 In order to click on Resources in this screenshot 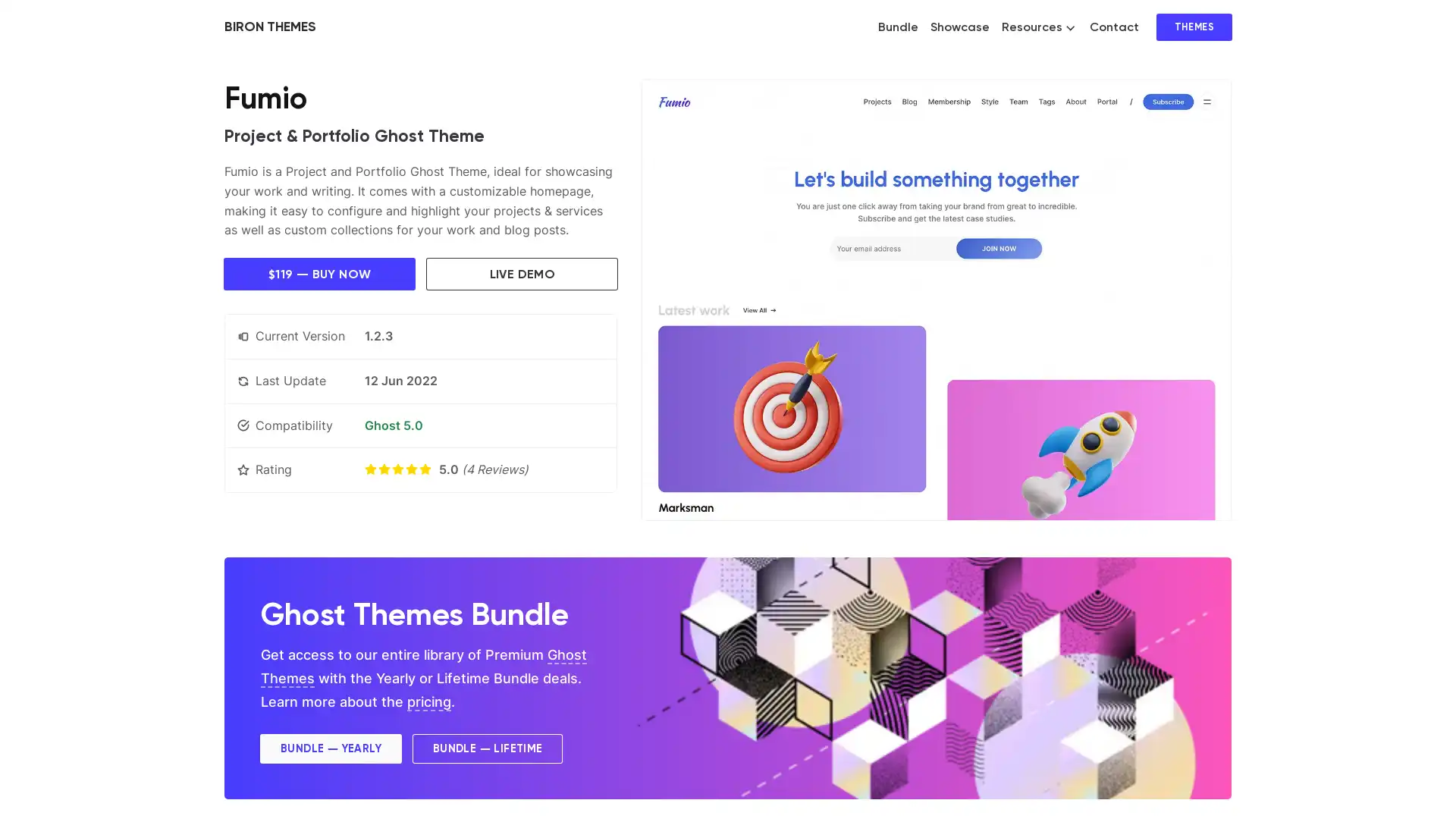, I will do `click(1037, 27)`.